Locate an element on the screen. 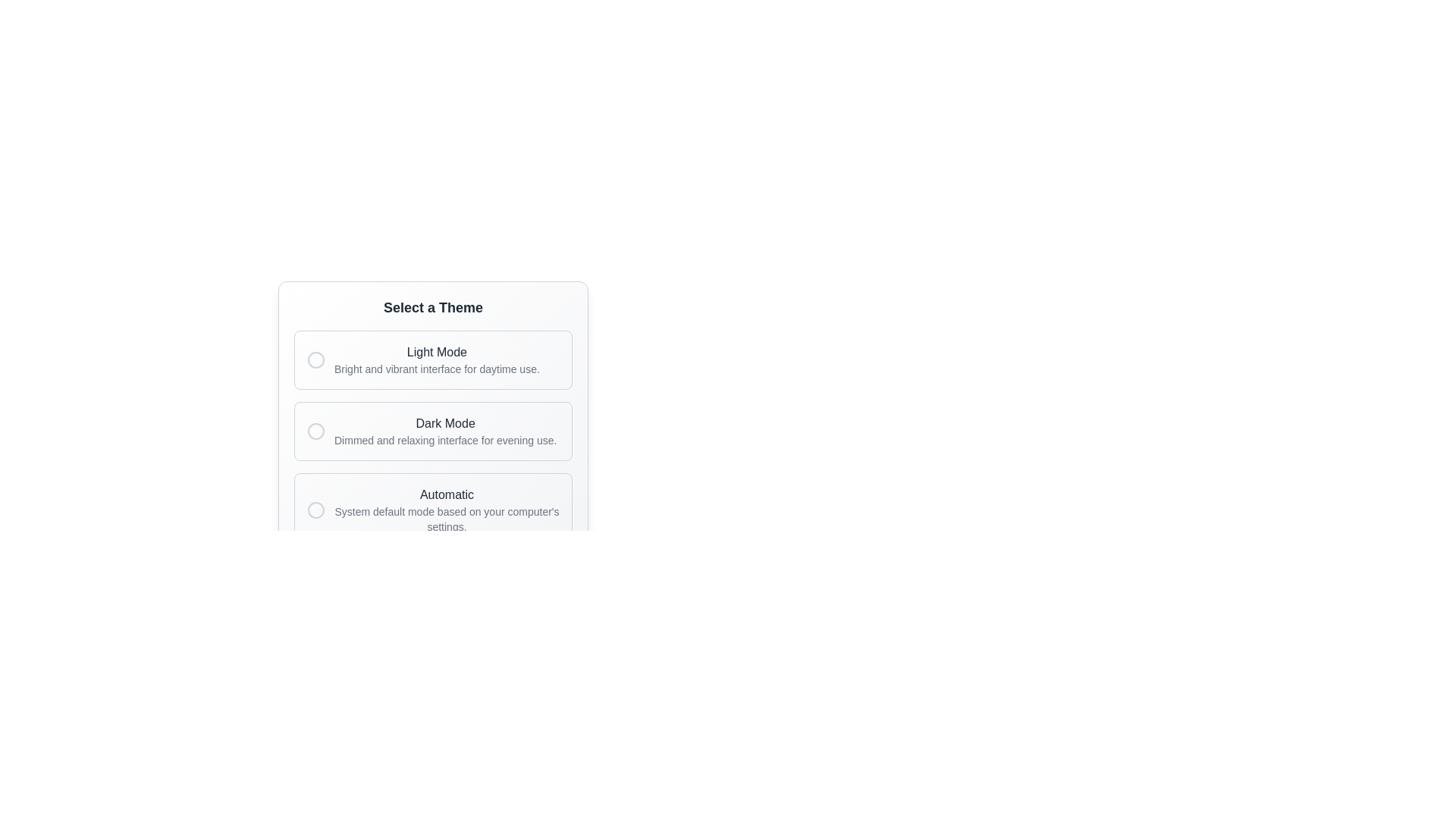 This screenshot has width=1456, height=819. the 'Automatic' radio button option, which is the third selectable option in the 'Select a Theme' list is located at coordinates (432, 510).